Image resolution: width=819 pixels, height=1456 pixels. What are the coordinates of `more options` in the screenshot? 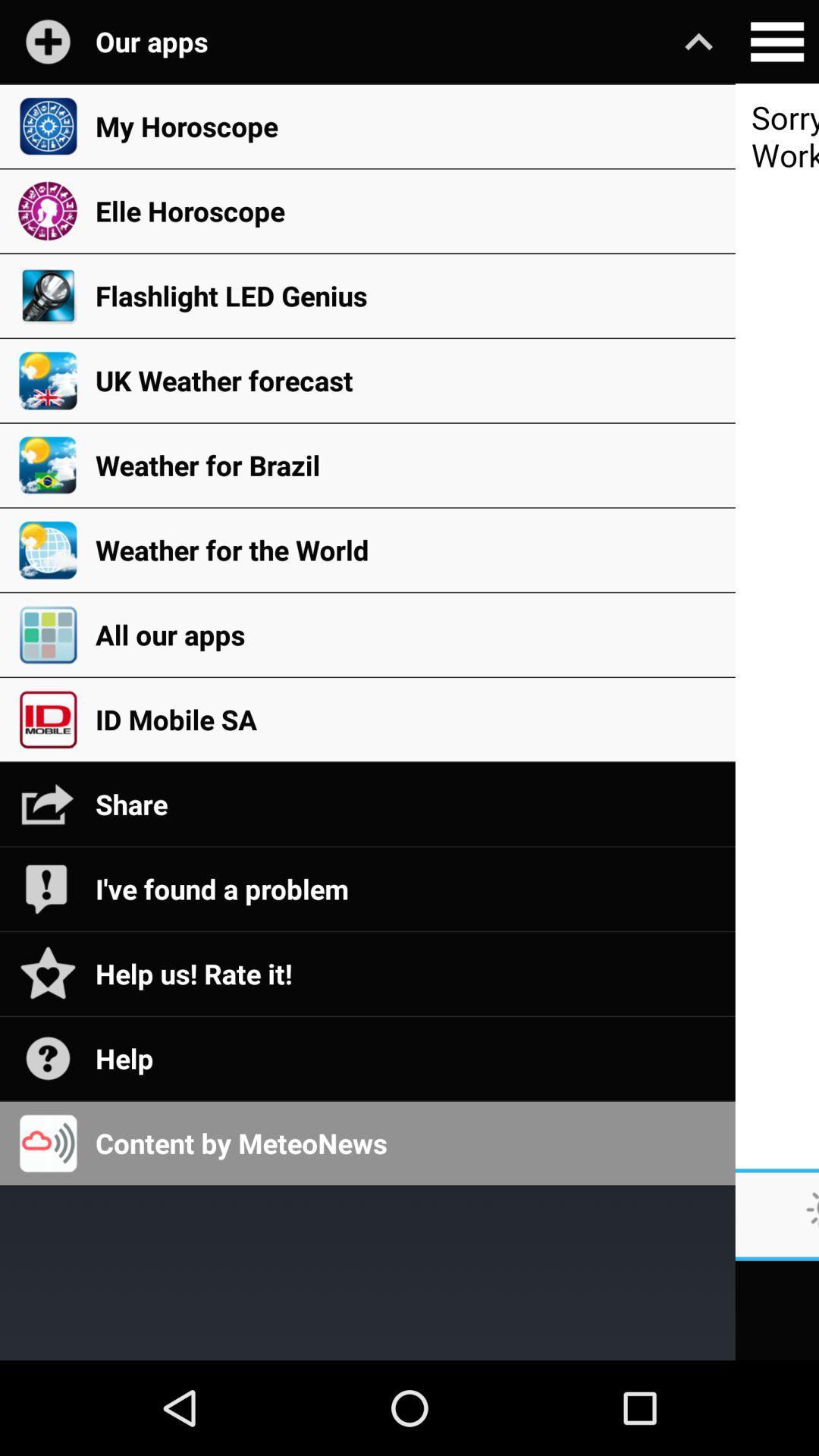 It's located at (777, 42).